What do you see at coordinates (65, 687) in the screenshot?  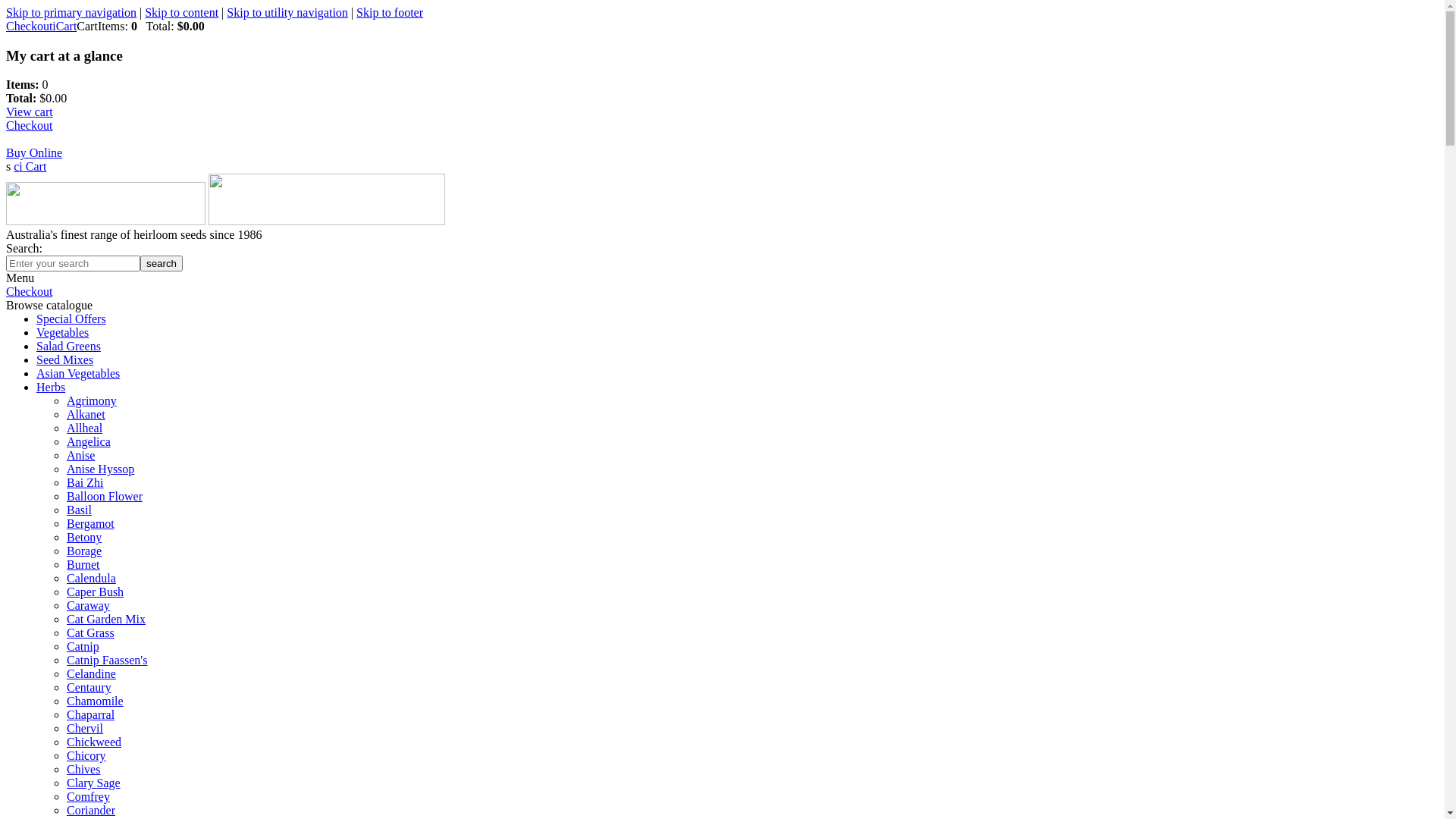 I see `'Centaury'` at bounding box center [65, 687].